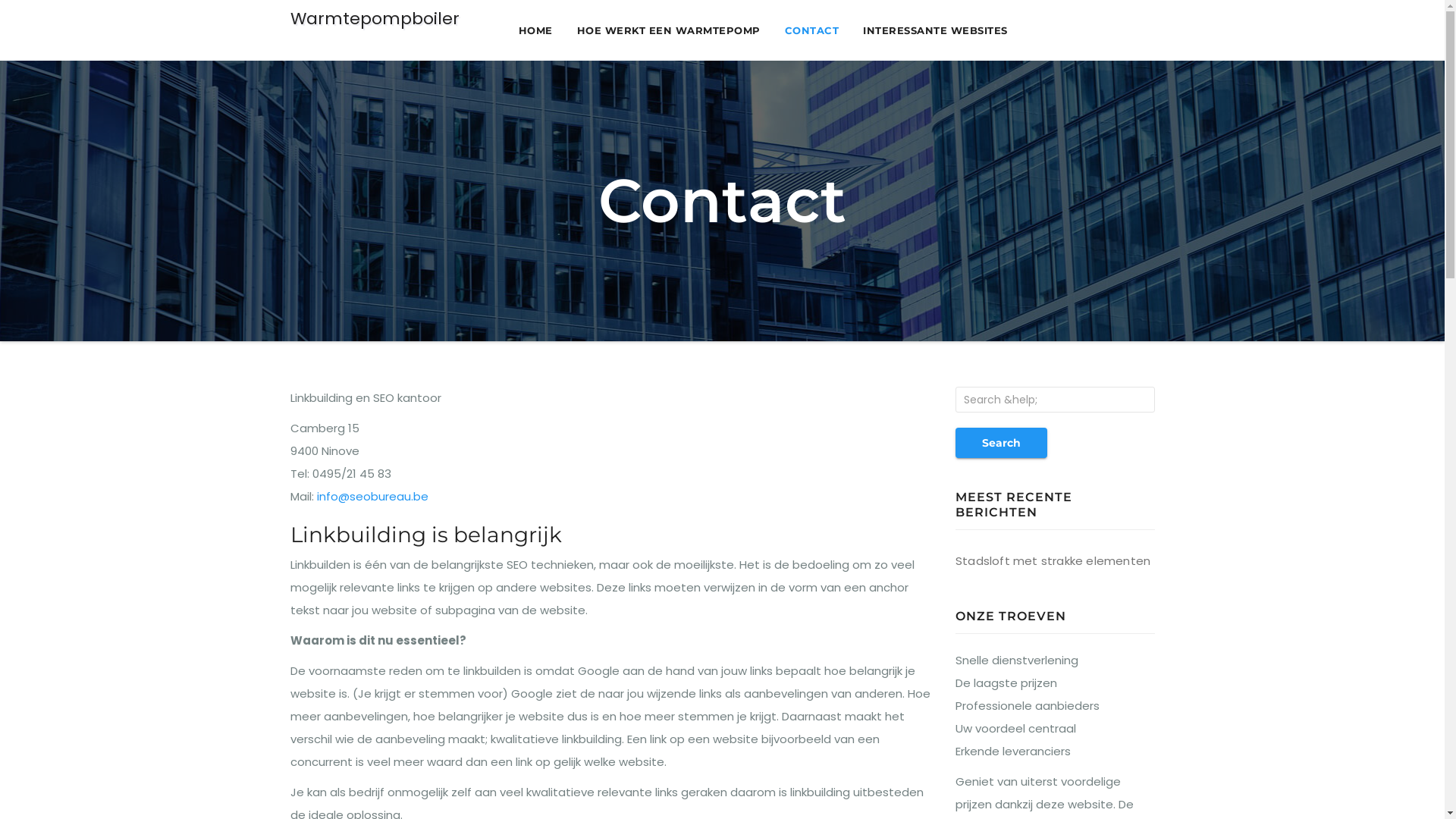 This screenshot has height=819, width=1456. I want to click on 'HOME', so click(535, 30).